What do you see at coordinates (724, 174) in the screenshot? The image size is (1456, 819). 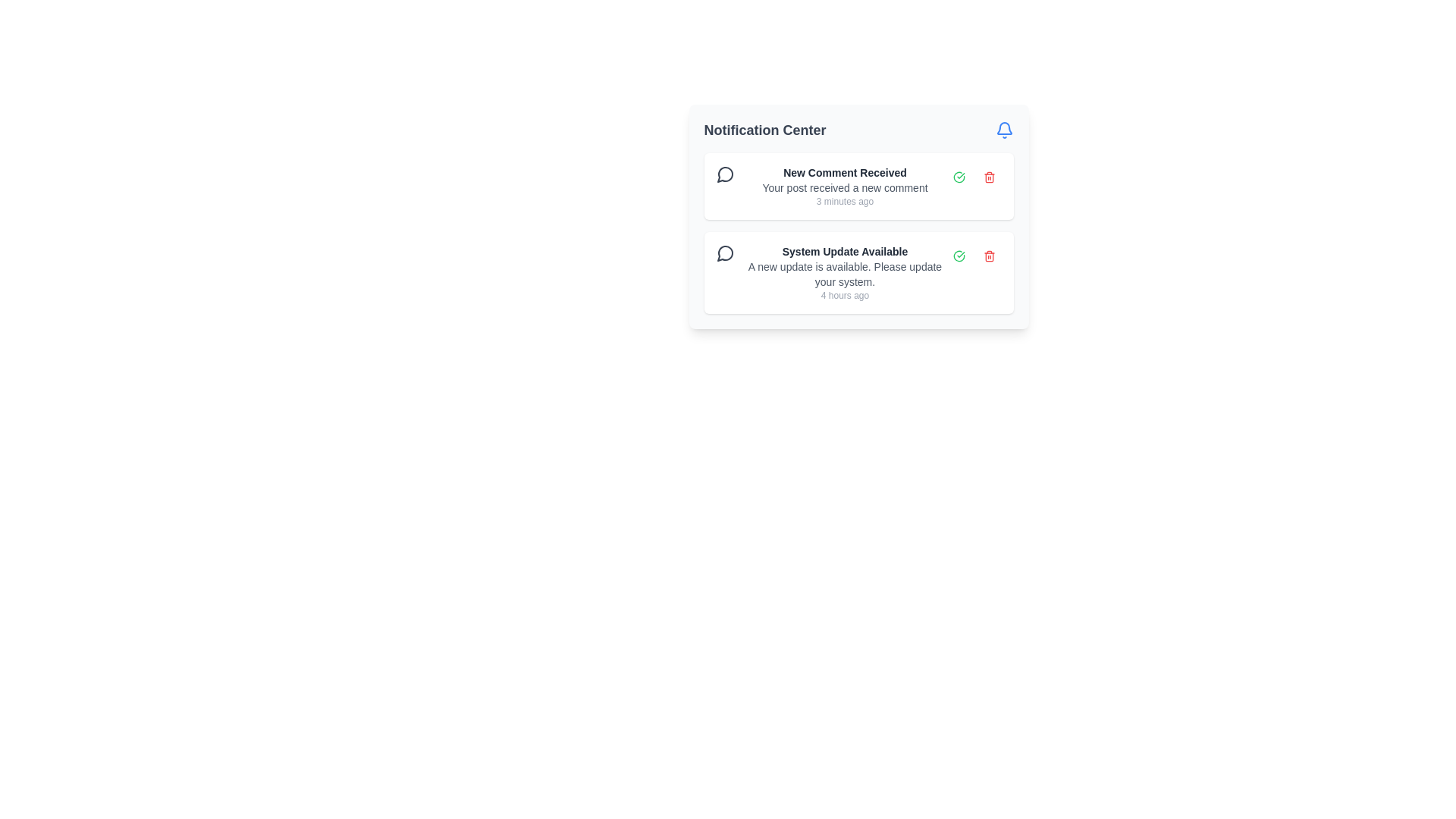 I see `the speech bubble icon in the top-left corner of the first notification entry in the notification panel, which is aligned to the left of the 'New Comment Received' text` at bounding box center [724, 174].